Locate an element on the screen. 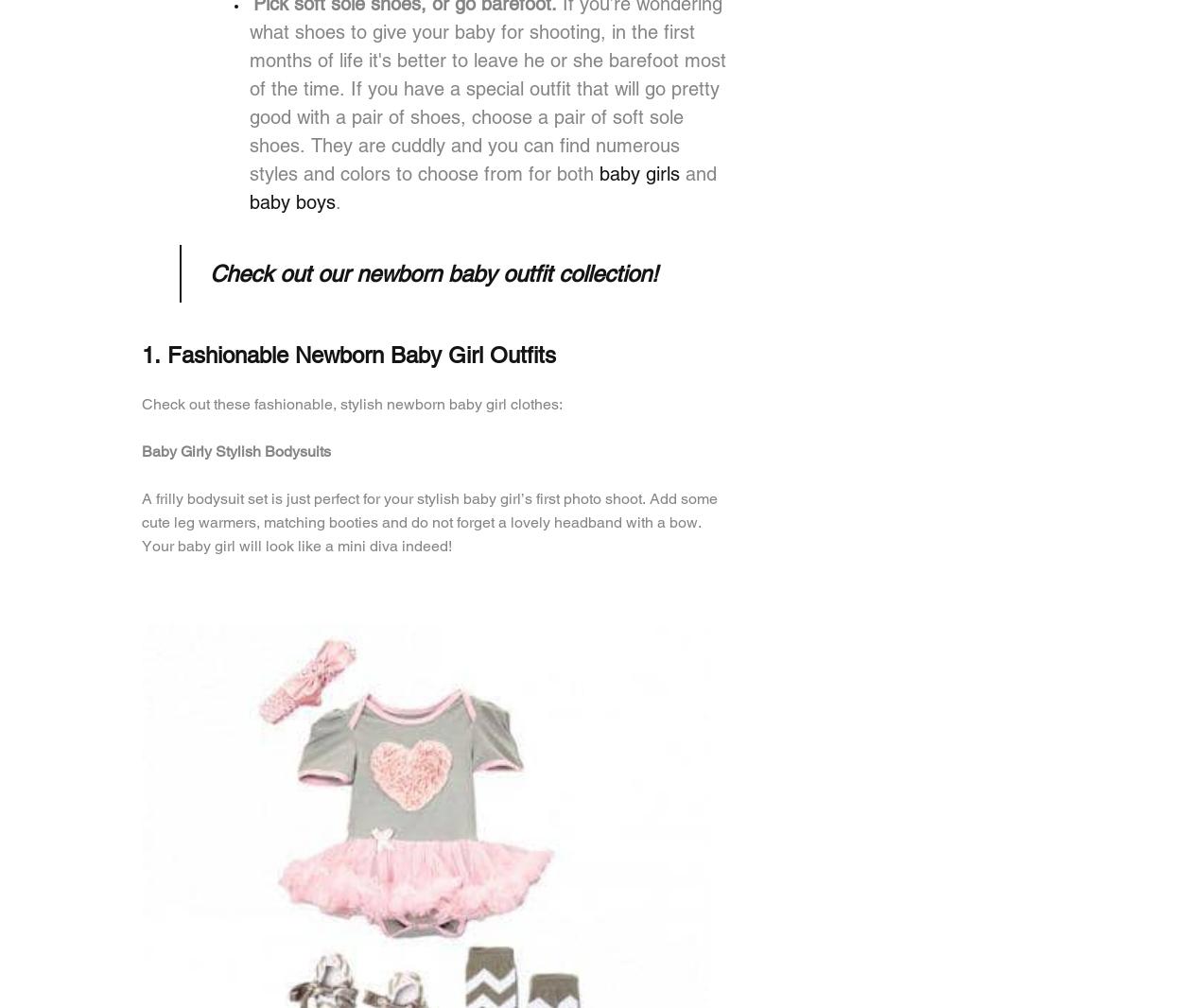 The image size is (1182, 1008). 'baby boys' is located at coordinates (292, 201).